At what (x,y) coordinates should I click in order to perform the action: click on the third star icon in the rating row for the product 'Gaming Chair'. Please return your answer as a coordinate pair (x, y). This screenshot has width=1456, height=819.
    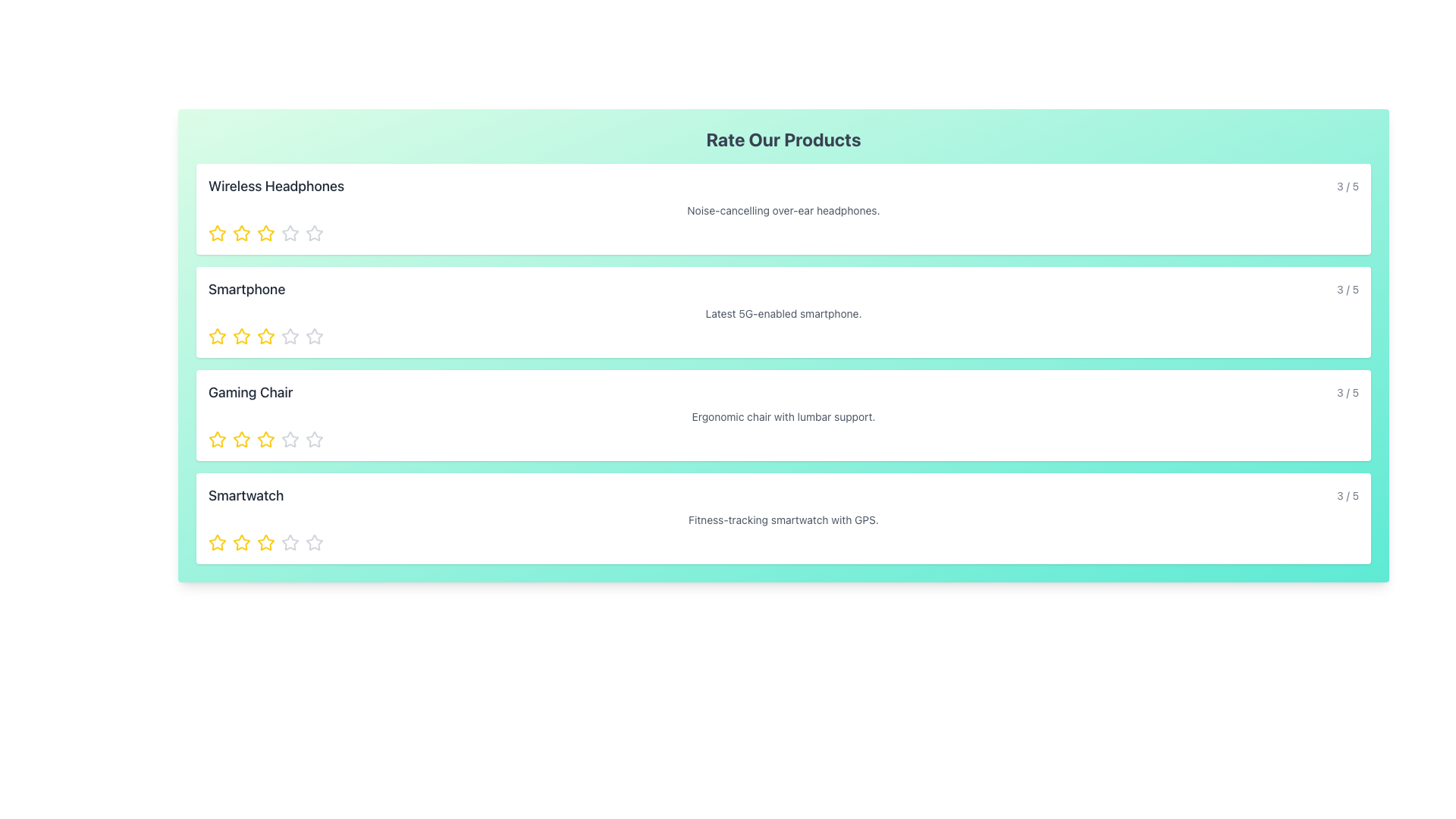
    Looking at the image, I should click on (313, 439).